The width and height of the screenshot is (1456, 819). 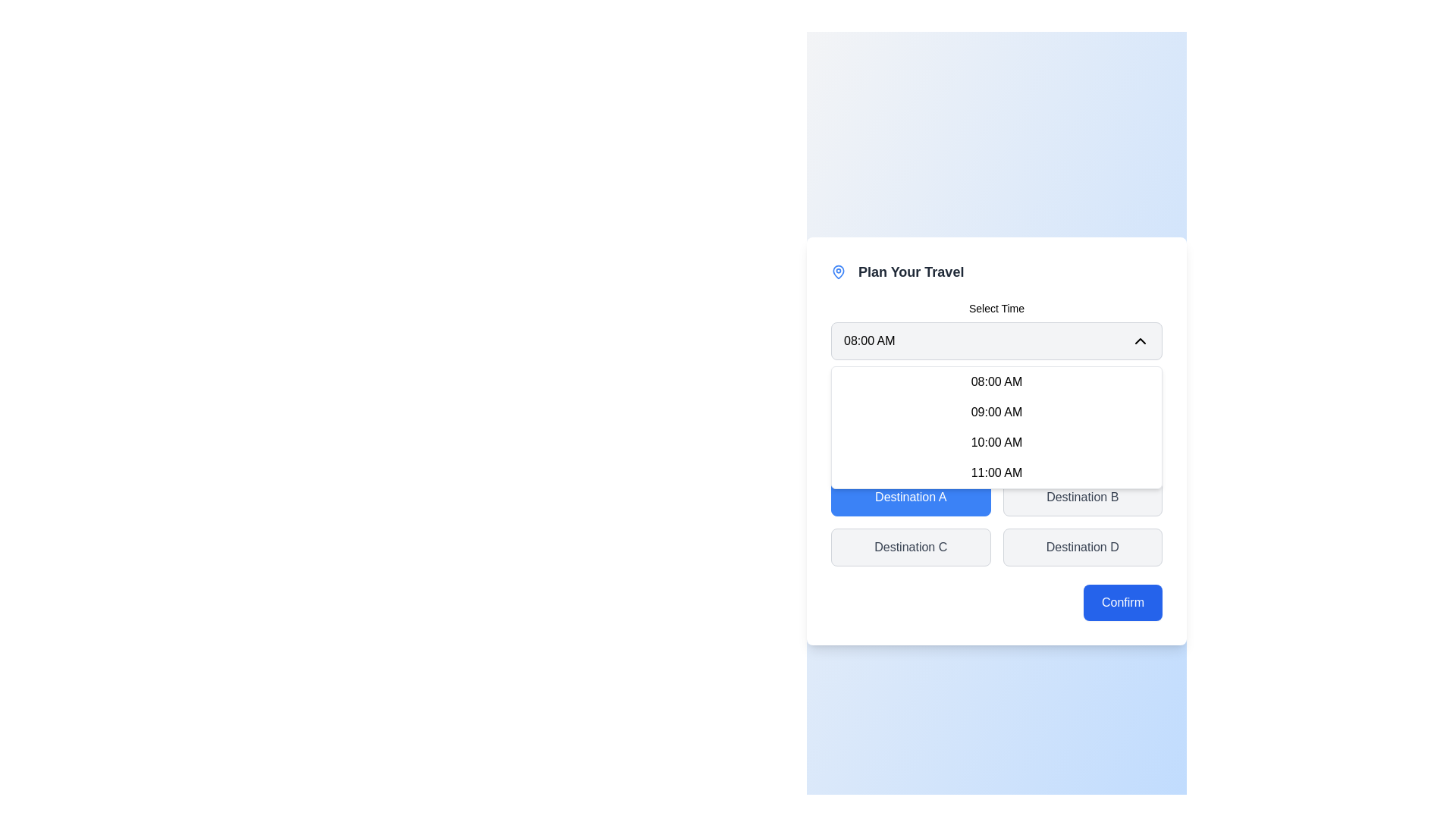 I want to click on the dropdown menu, so click(x=996, y=329).